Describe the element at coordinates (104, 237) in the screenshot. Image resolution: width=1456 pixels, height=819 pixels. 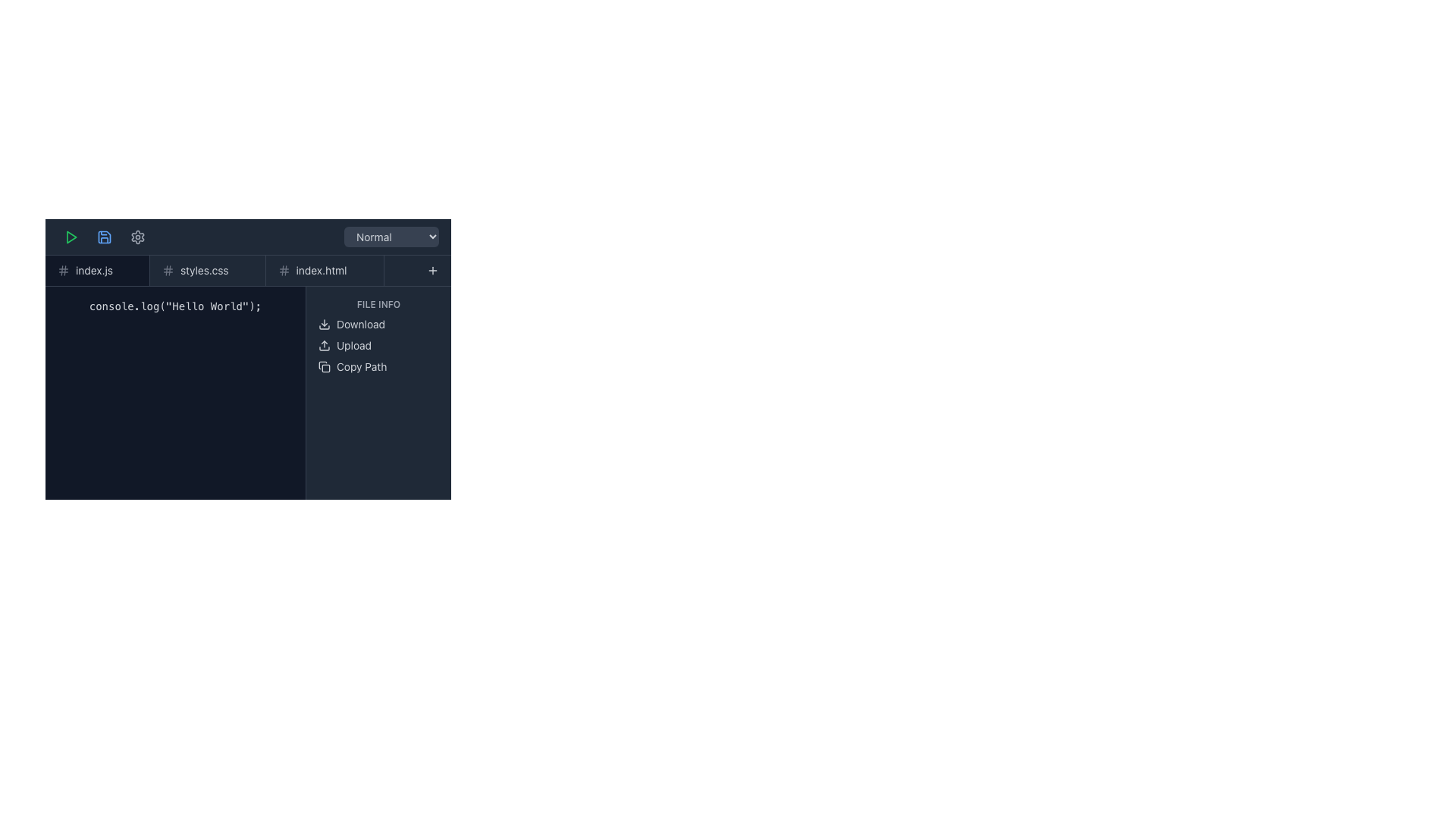
I see `the blue floppy disk icon button located in the top toolbar, which is the second icon from the left` at that location.